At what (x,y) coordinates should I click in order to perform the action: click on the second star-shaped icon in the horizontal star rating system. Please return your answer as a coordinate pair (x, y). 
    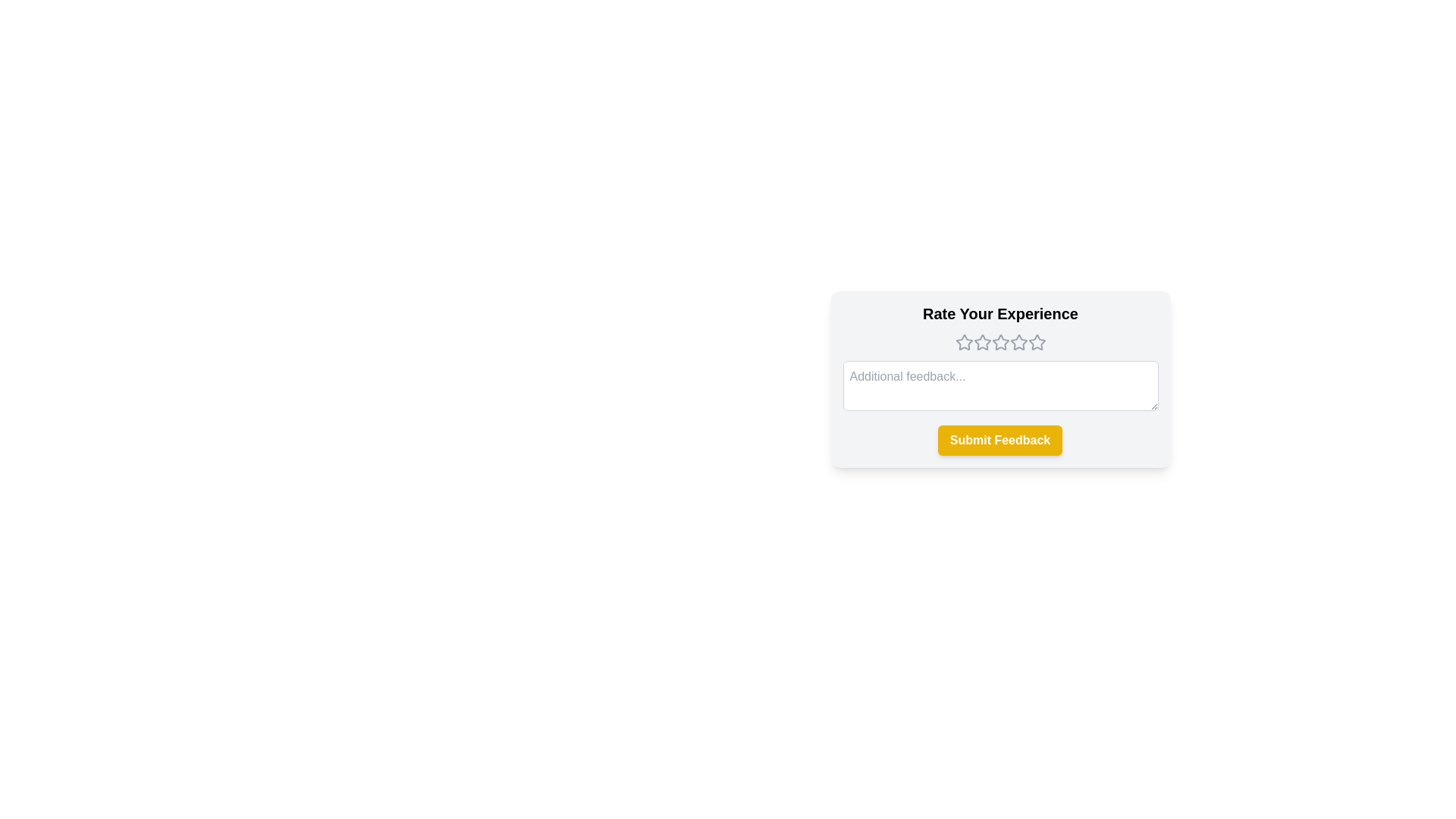
    Looking at the image, I should click on (982, 342).